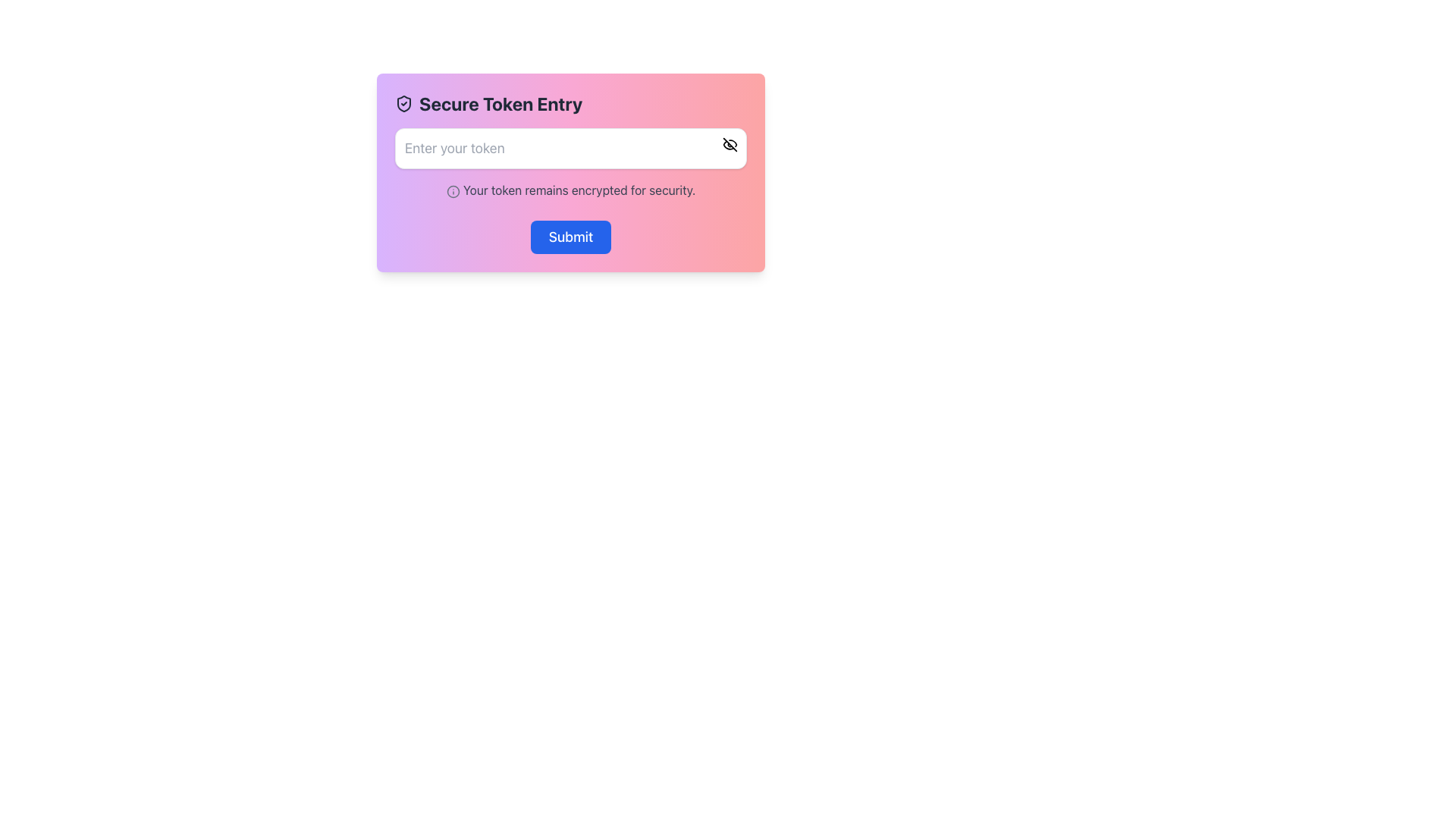 Image resolution: width=1456 pixels, height=819 pixels. I want to click on the informational icon located to the left of the text 'Your token remains encrypted for security.', so click(452, 190).